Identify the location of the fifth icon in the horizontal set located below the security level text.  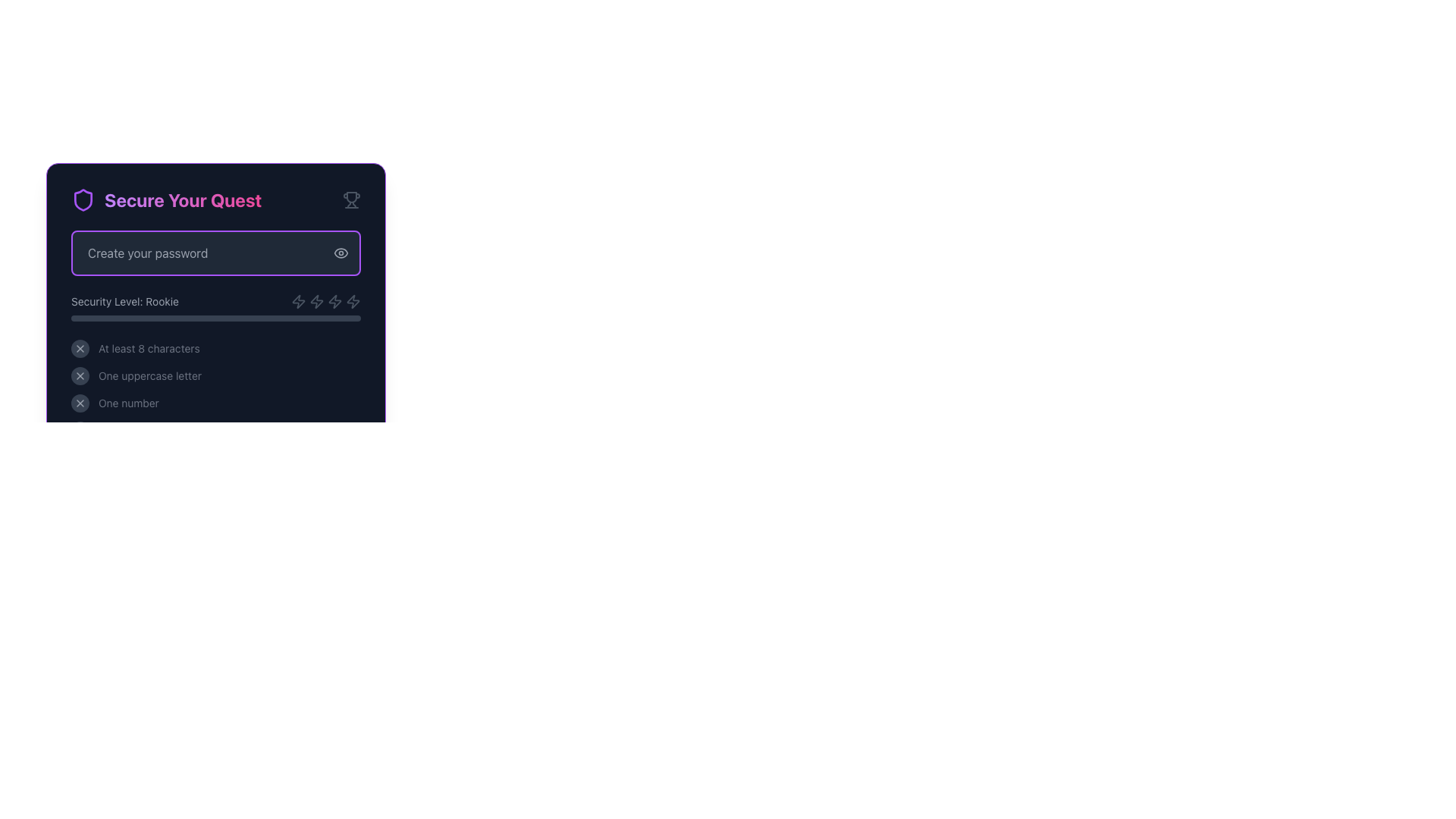
(334, 301).